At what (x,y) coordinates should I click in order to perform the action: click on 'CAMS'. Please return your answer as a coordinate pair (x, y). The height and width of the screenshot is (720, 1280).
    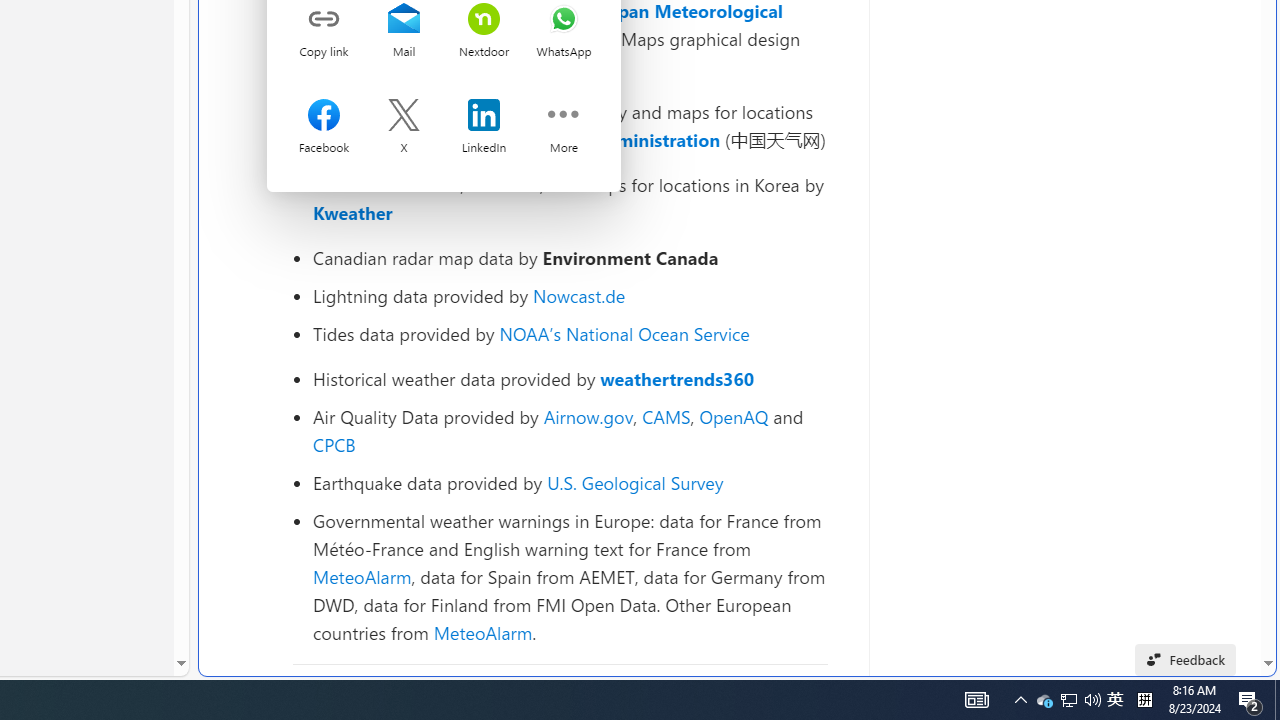
    Looking at the image, I should click on (666, 415).